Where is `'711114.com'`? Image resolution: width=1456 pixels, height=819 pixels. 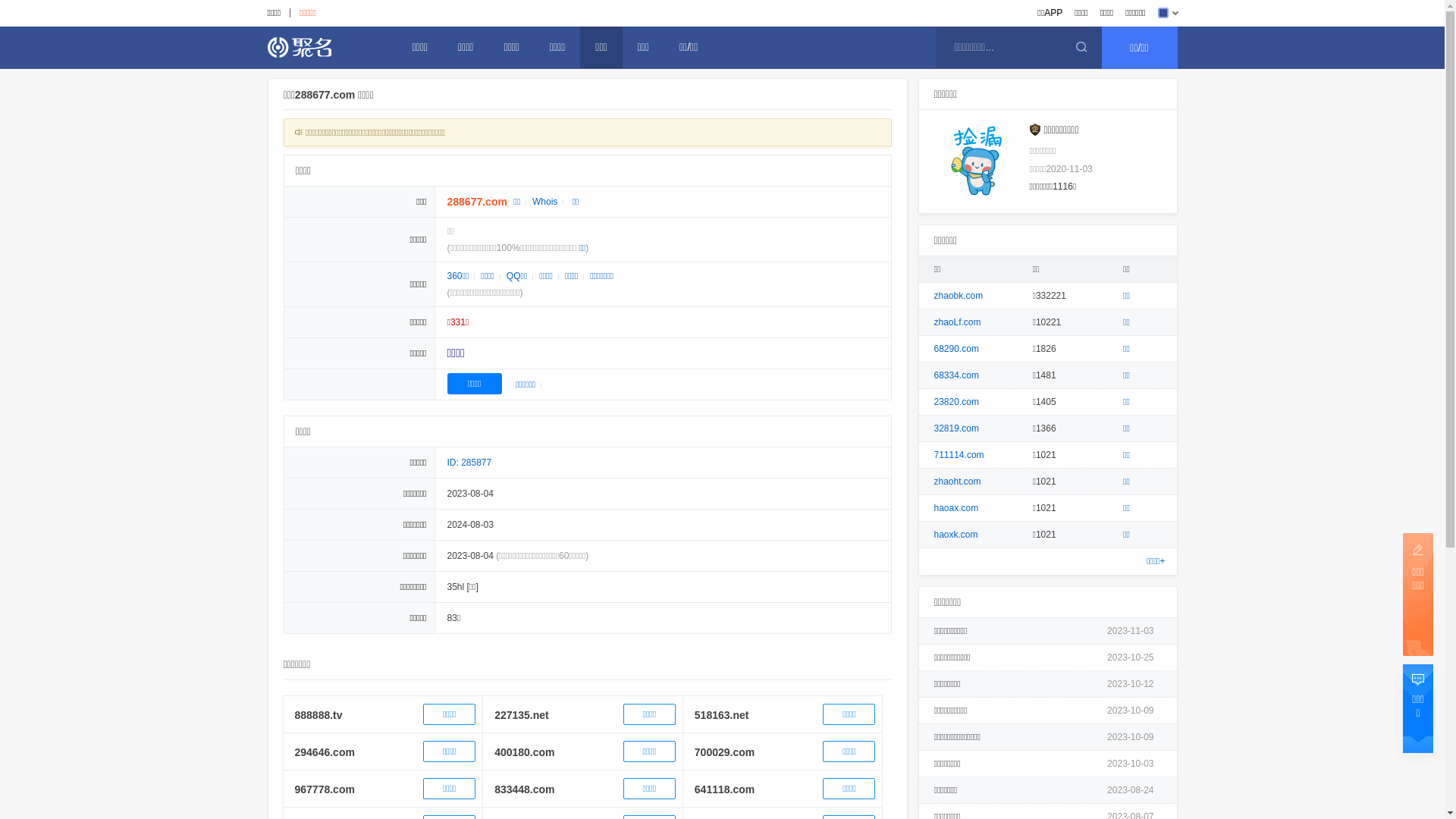 '711114.com' is located at coordinates (959, 454).